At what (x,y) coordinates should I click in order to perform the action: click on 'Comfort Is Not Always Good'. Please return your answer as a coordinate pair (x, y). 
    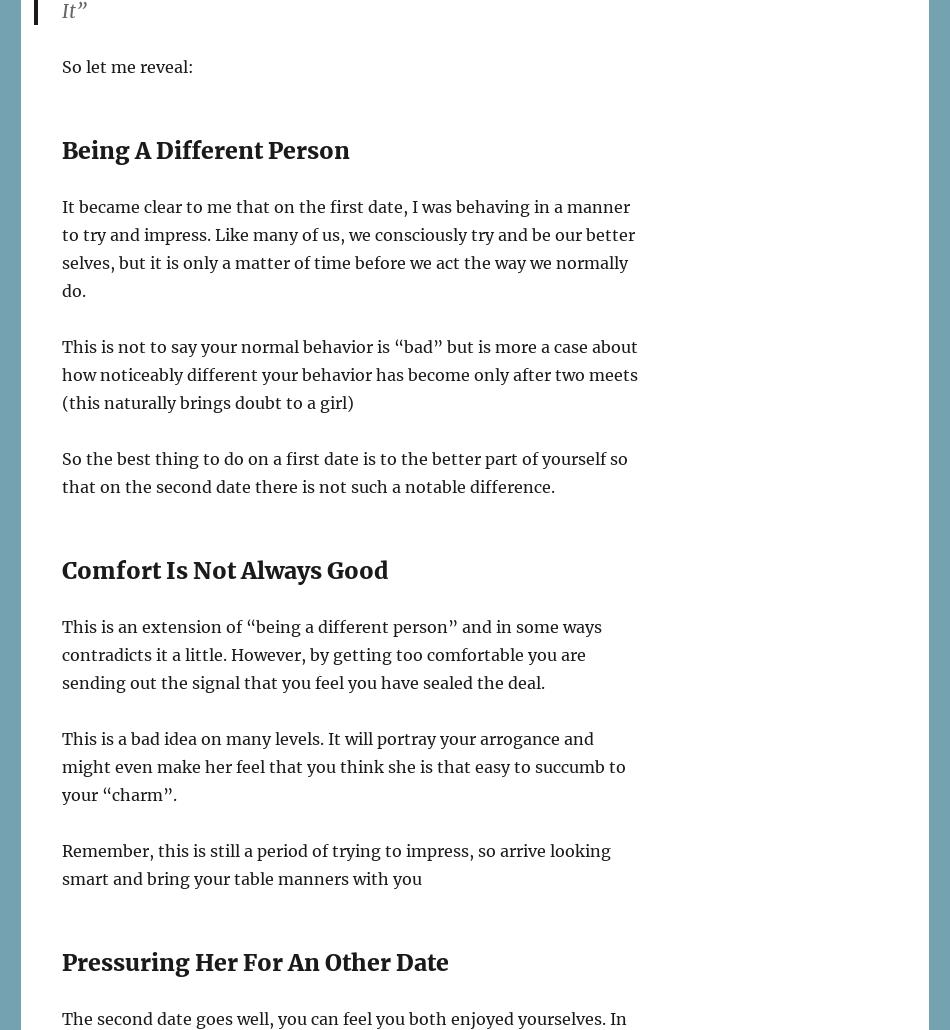
    Looking at the image, I should click on (224, 570).